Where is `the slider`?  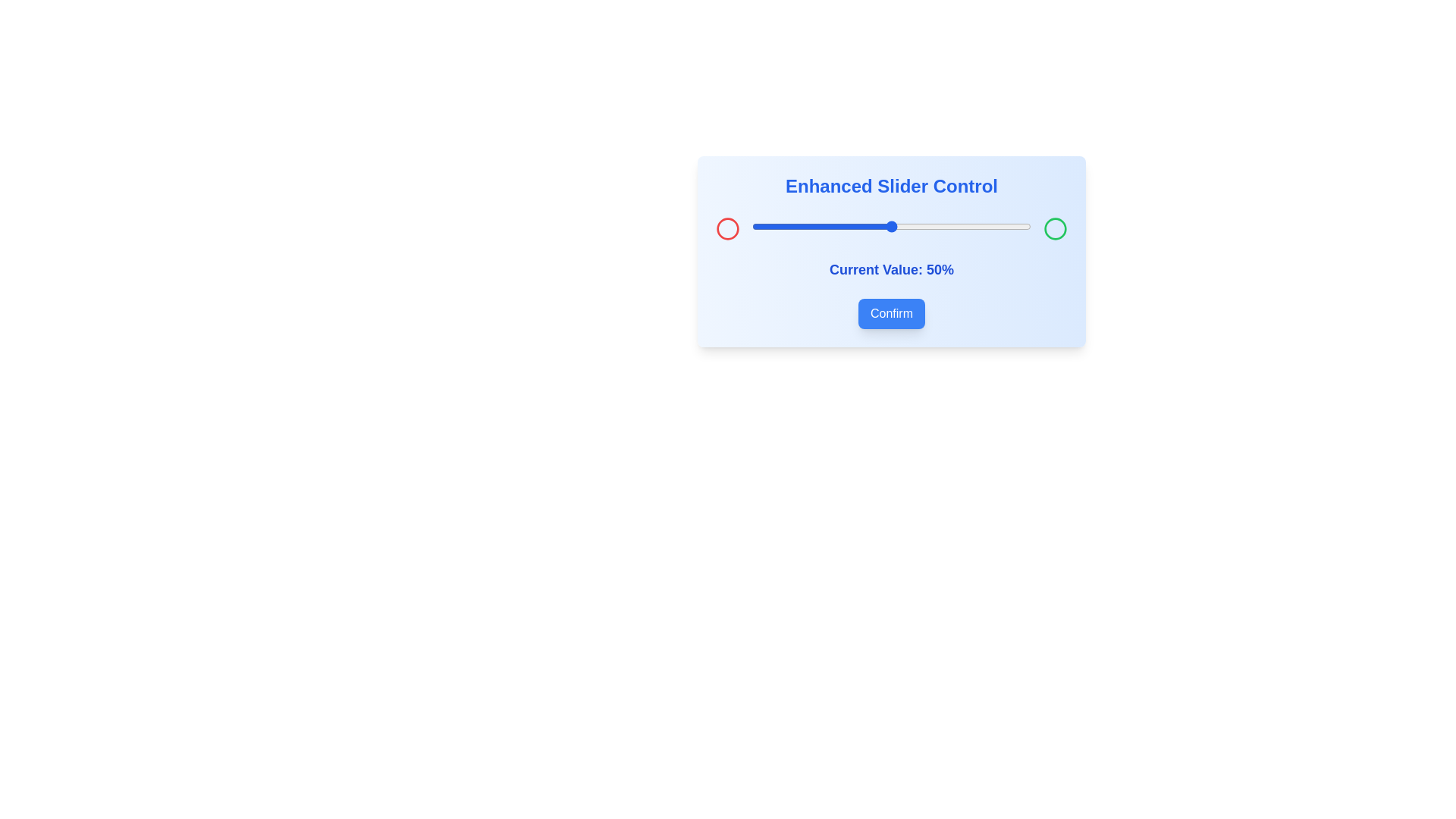
the slider is located at coordinates (1014, 227).